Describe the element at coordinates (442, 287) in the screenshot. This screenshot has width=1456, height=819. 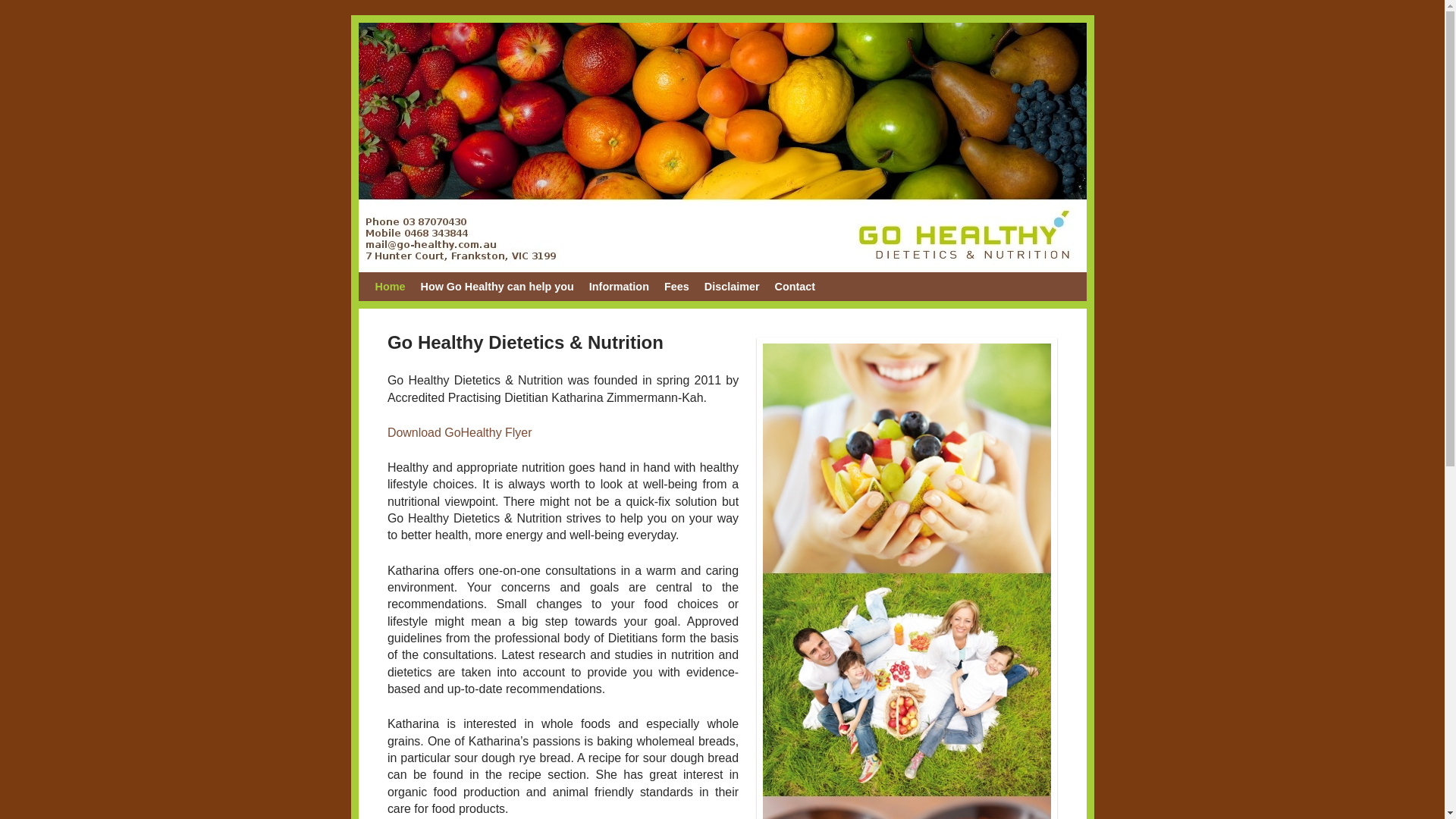
I see `'Skip to primary content'` at that location.